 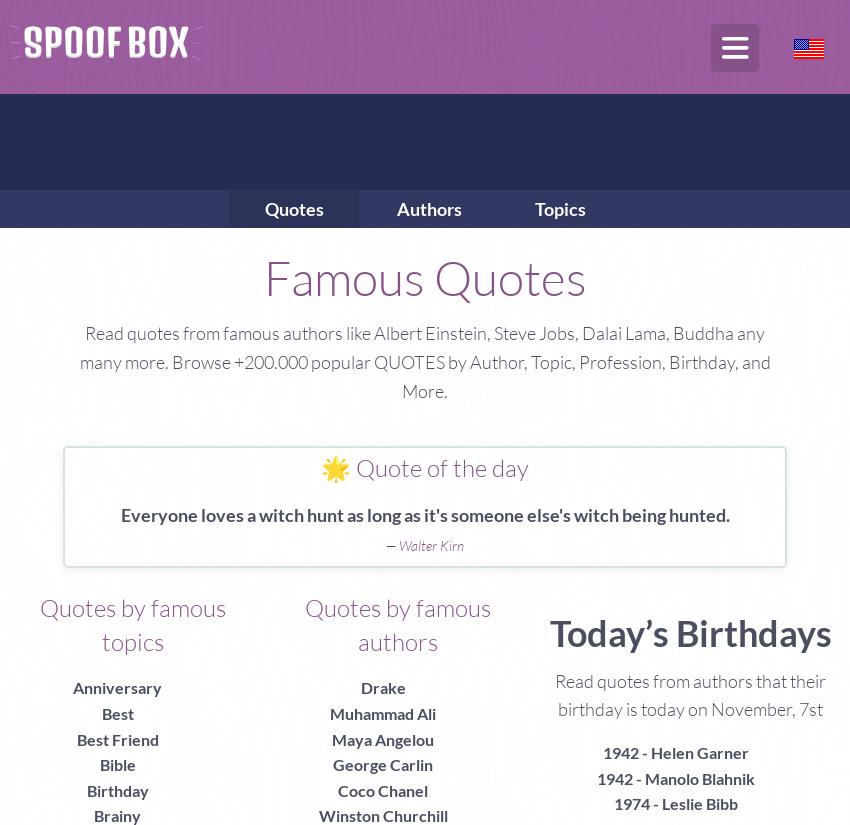 What do you see at coordinates (698, 803) in the screenshot?
I see `'Leslie Bibb'` at bounding box center [698, 803].